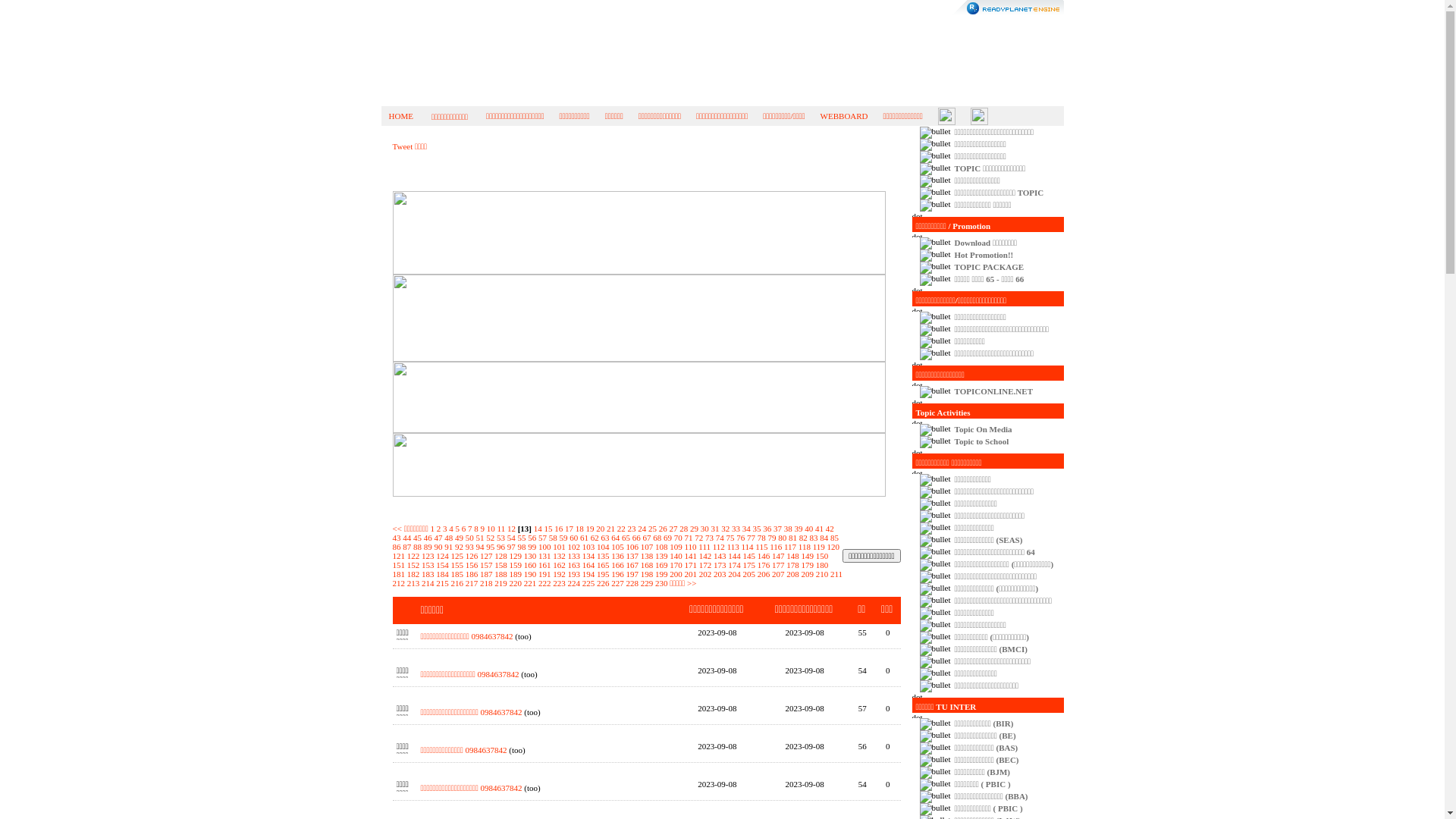 This screenshot has height=819, width=1456. Describe the element at coordinates (432, 547) in the screenshot. I see `'90'` at that location.